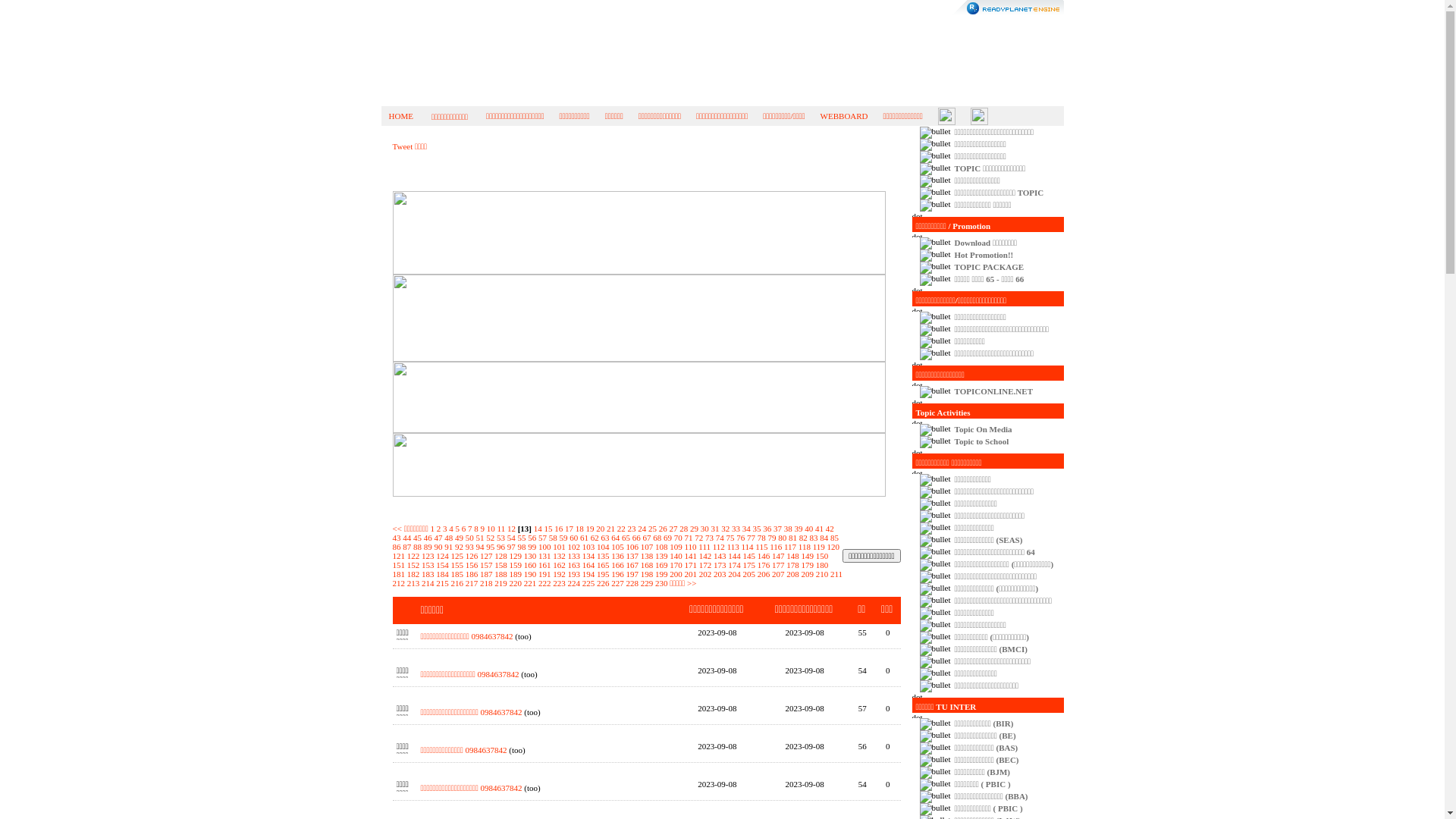 This screenshot has height=819, width=1456. Describe the element at coordinates (432, 547) in the screenshot. I see `'90'` at that location.